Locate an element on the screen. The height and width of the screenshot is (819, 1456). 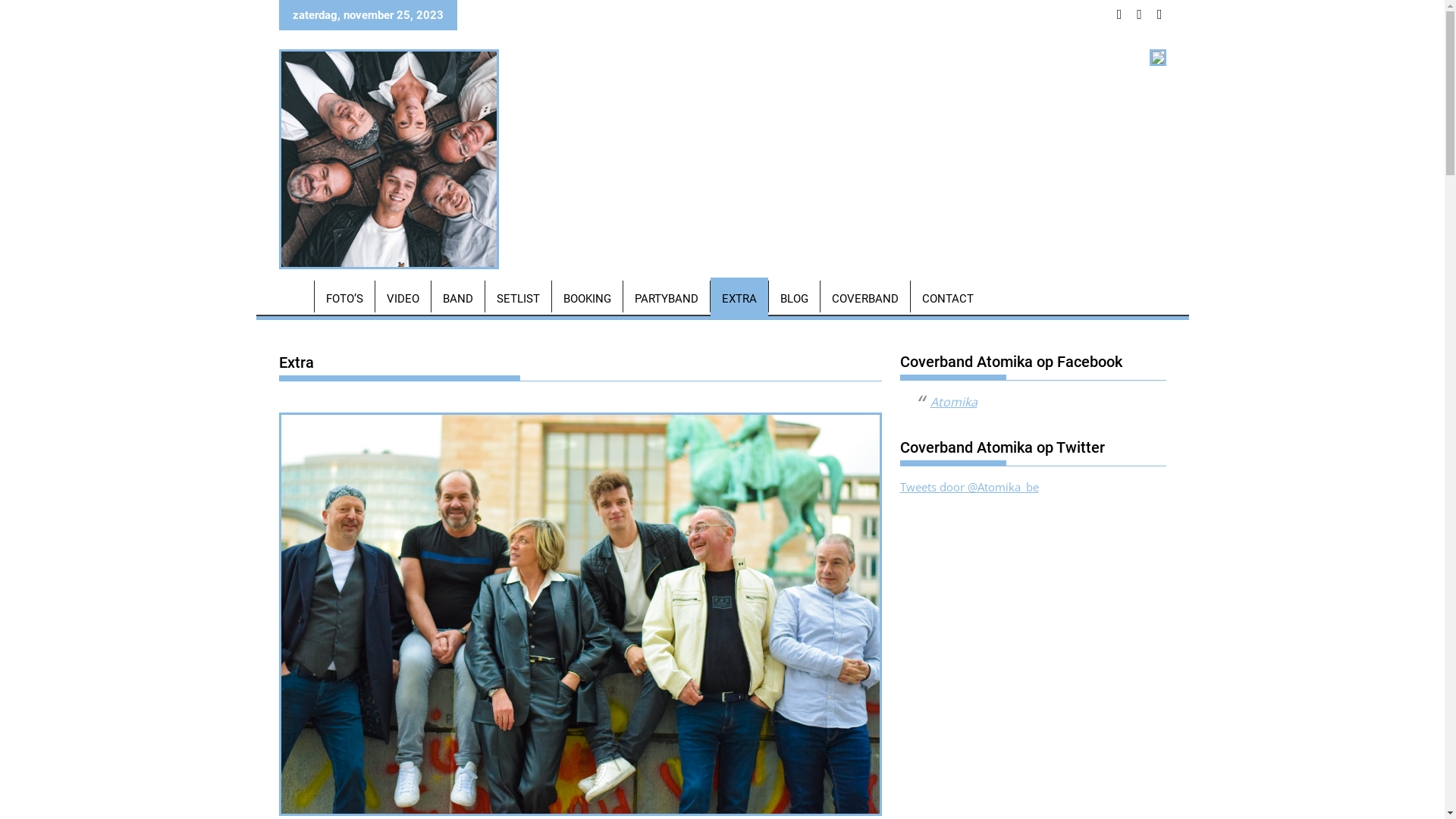
'SETLIST' is located at coordinates (518, 298).